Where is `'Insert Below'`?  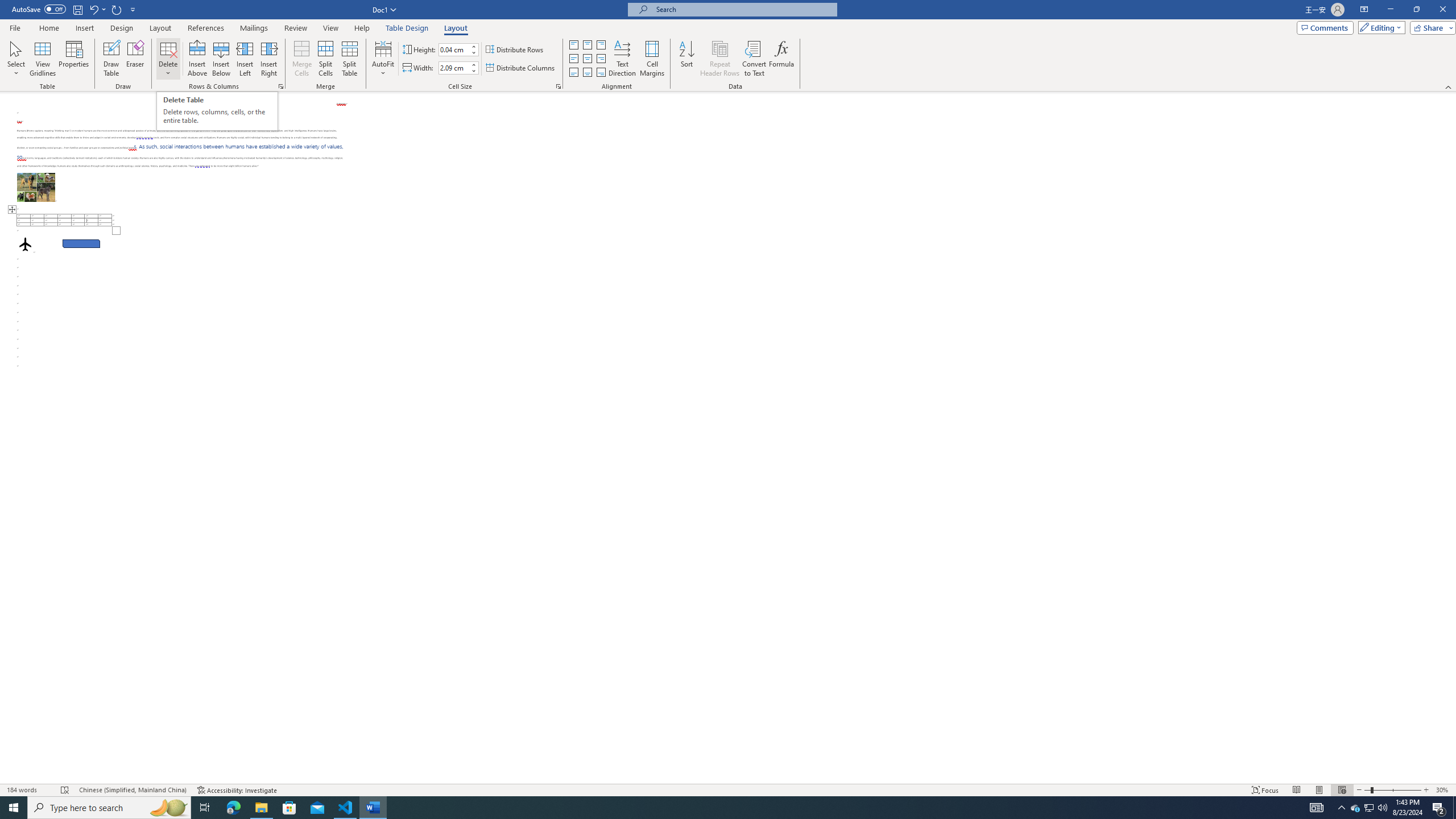 'Insert Below' is located at coordinates (221, 59).